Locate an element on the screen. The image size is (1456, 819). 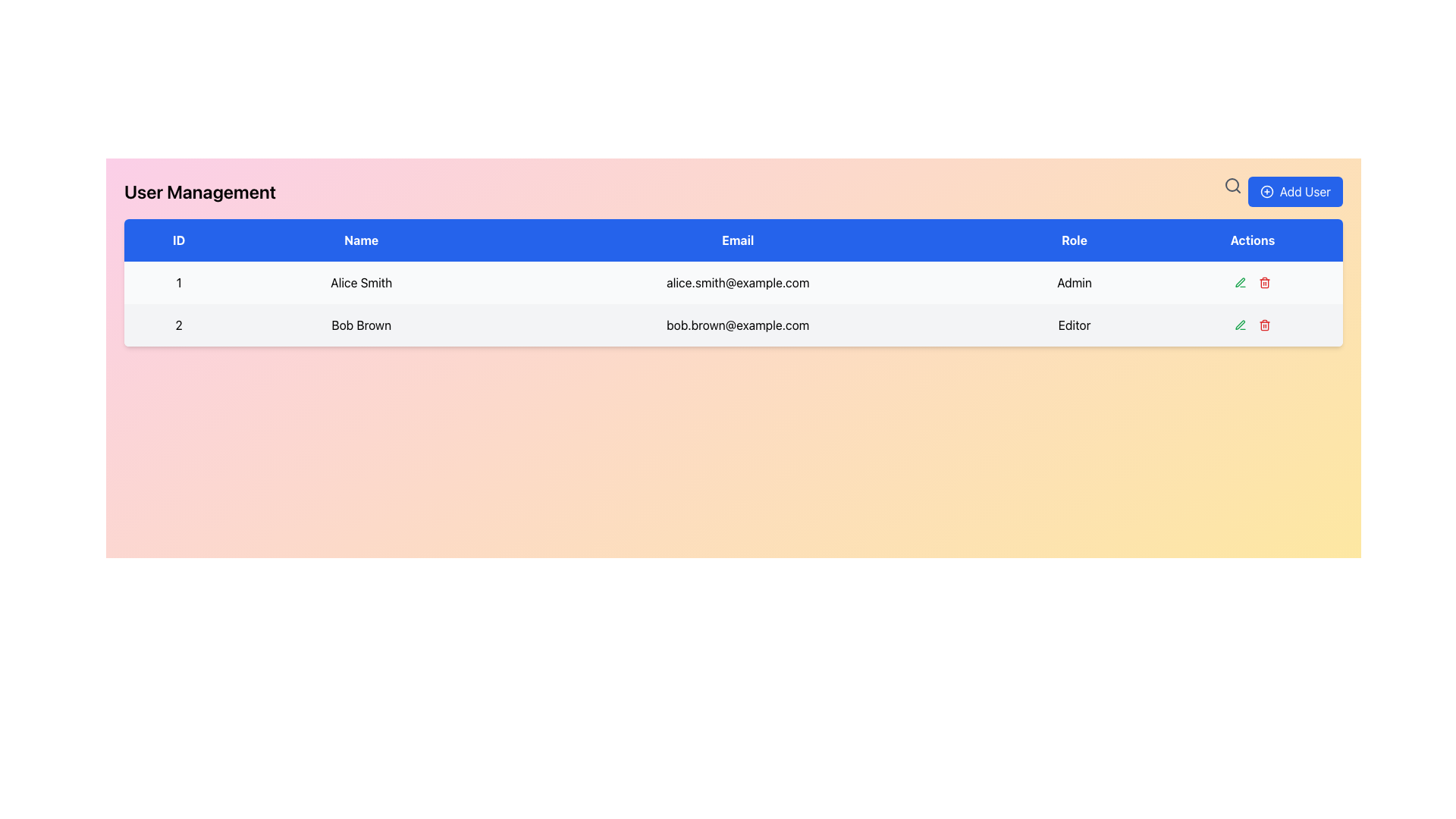
the static text content in the first column of the second row of the data table, which serves as an identifier for the row's position is located at coordinates (179, 324).